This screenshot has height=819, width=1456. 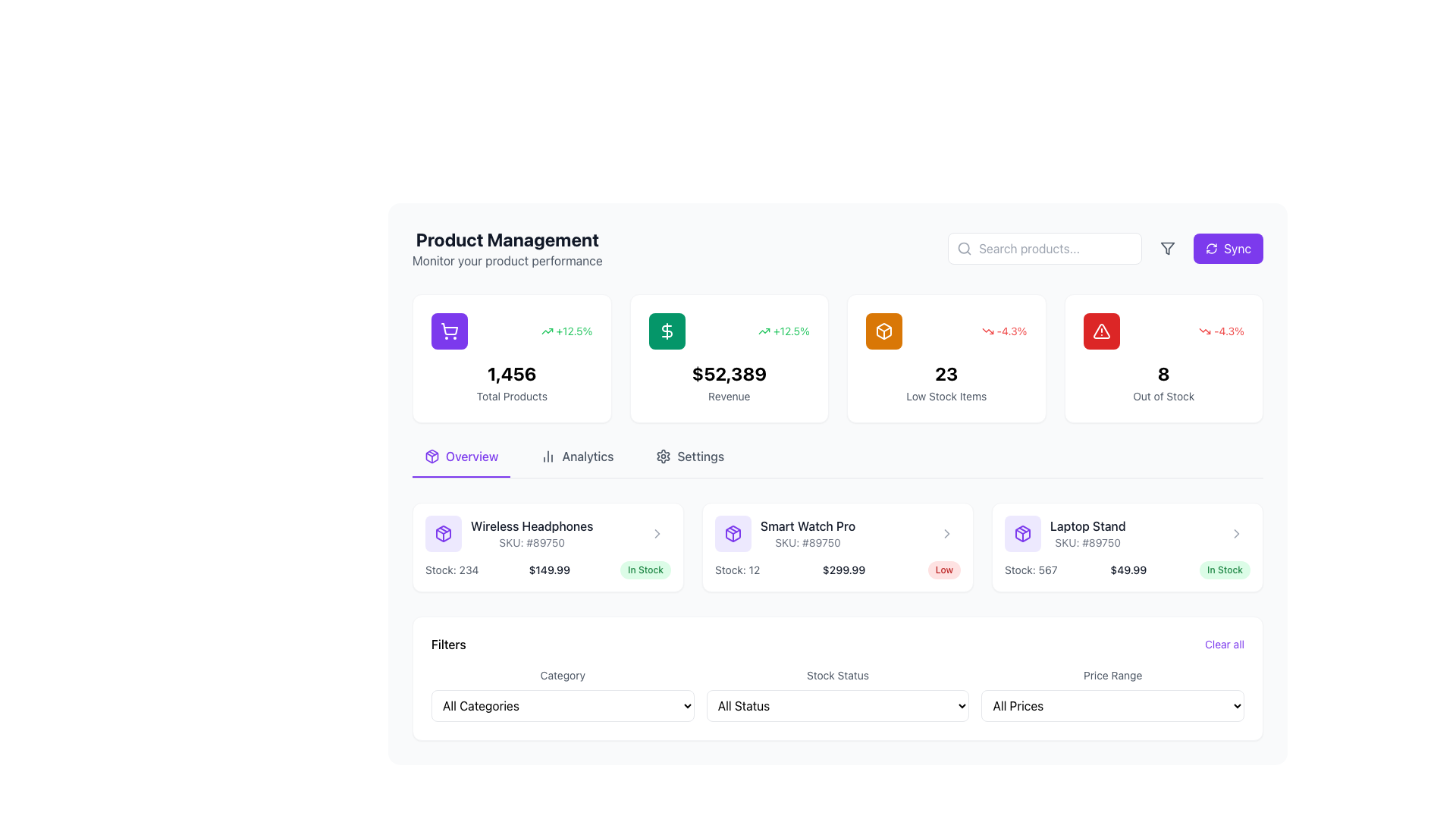 What do you see at coordinates (449, 330) in the screenshot?
I see `the 'Total Products' icon button located in the top-left part of the dashboard overview section` at bounding box center [449, 330].